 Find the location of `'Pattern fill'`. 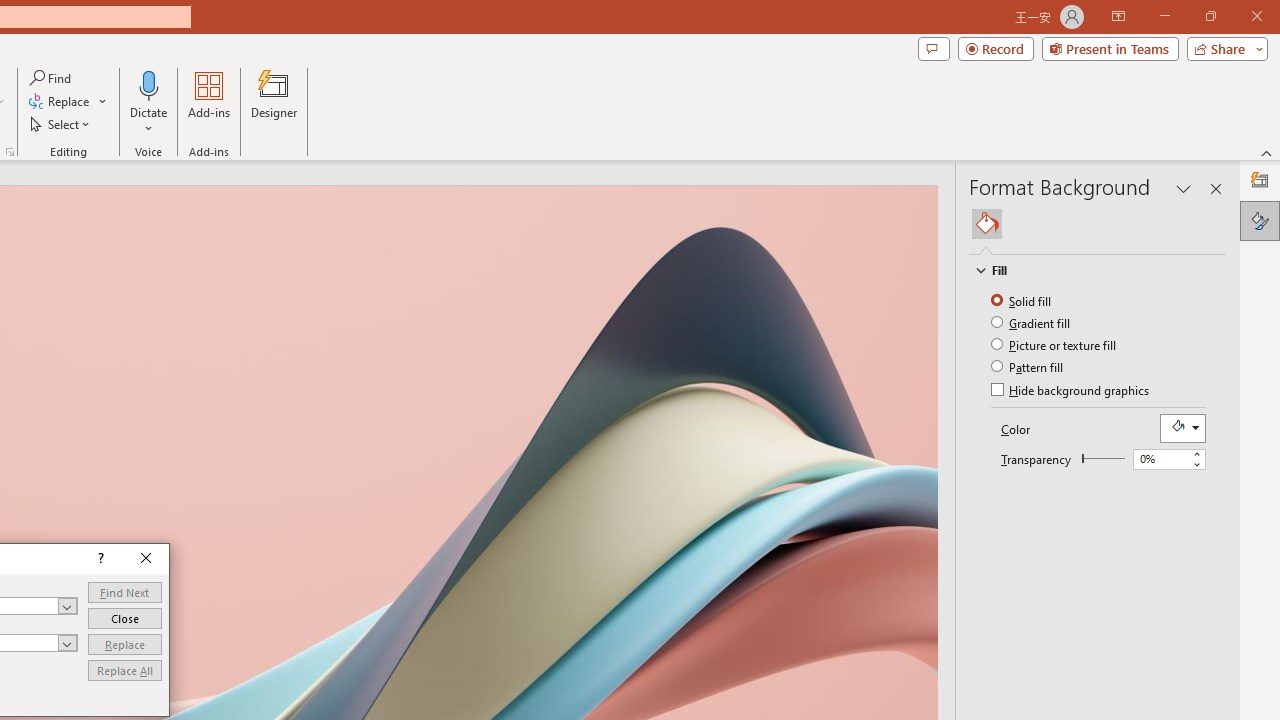

'Pattern fill' is located at coordinates (1029, 366).